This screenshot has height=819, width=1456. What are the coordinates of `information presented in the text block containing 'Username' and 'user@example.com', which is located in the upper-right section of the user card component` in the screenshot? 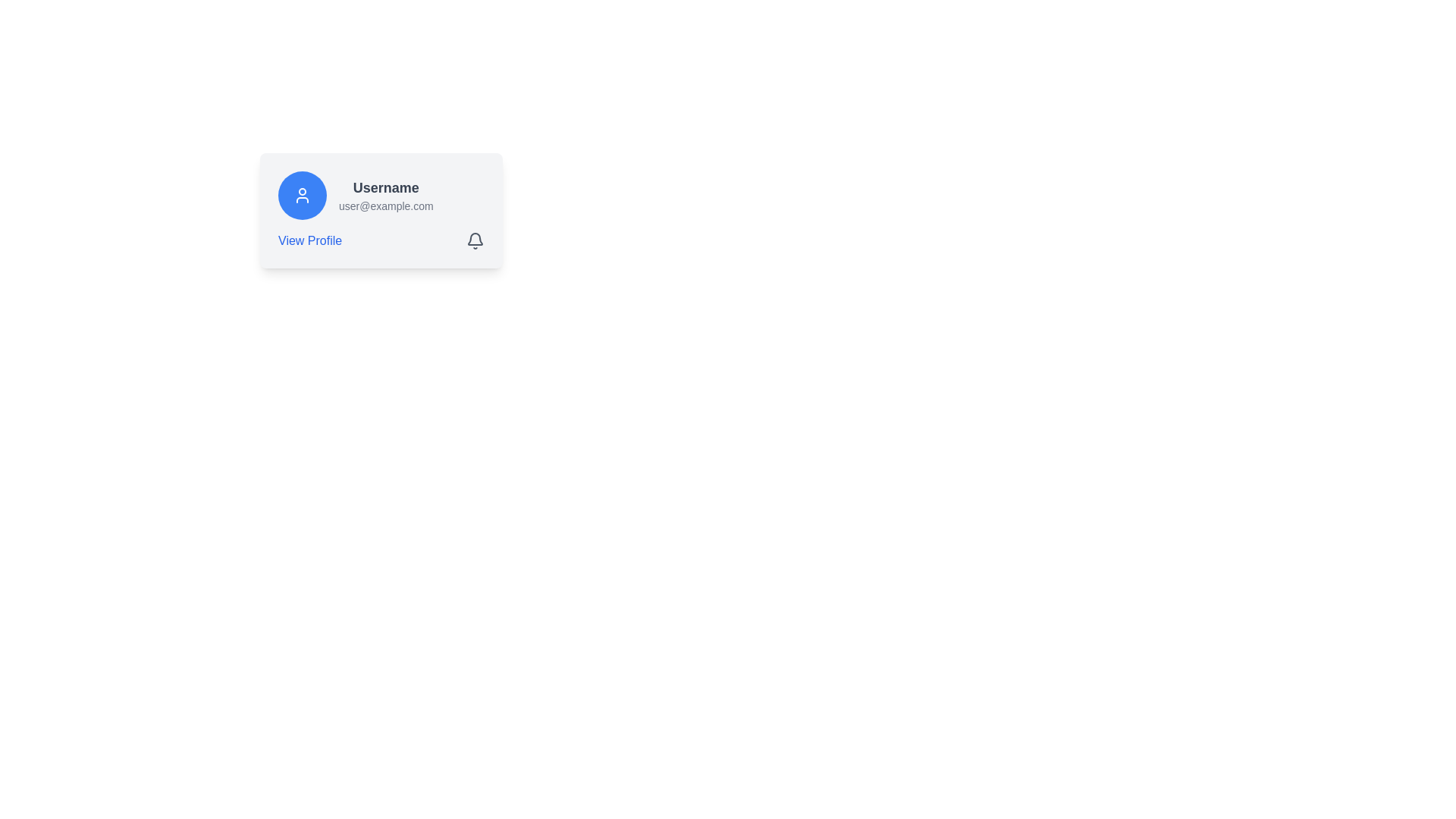 It's located at (386, 195).